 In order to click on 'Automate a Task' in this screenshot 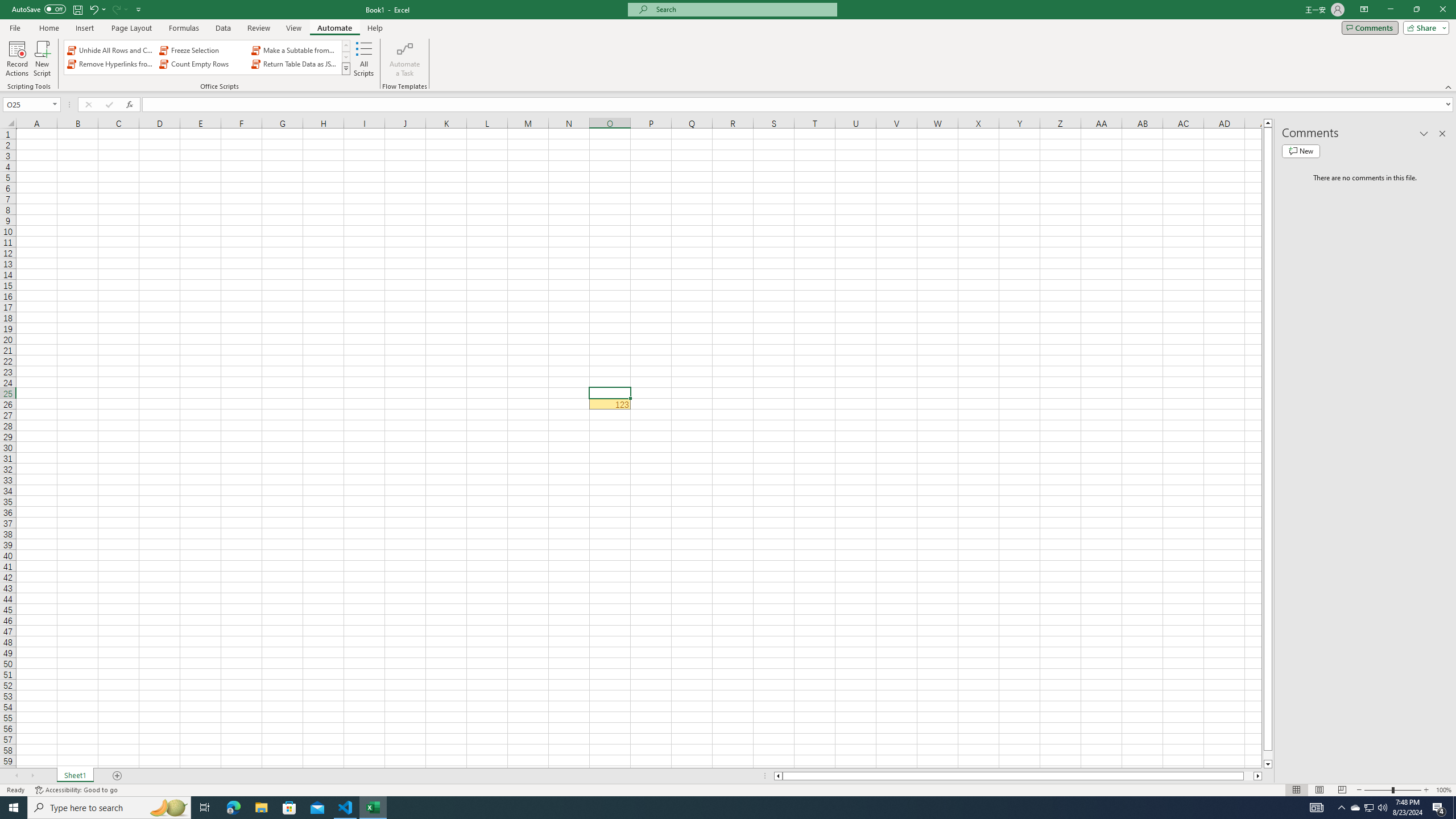, I will do `click(404, 59)`.